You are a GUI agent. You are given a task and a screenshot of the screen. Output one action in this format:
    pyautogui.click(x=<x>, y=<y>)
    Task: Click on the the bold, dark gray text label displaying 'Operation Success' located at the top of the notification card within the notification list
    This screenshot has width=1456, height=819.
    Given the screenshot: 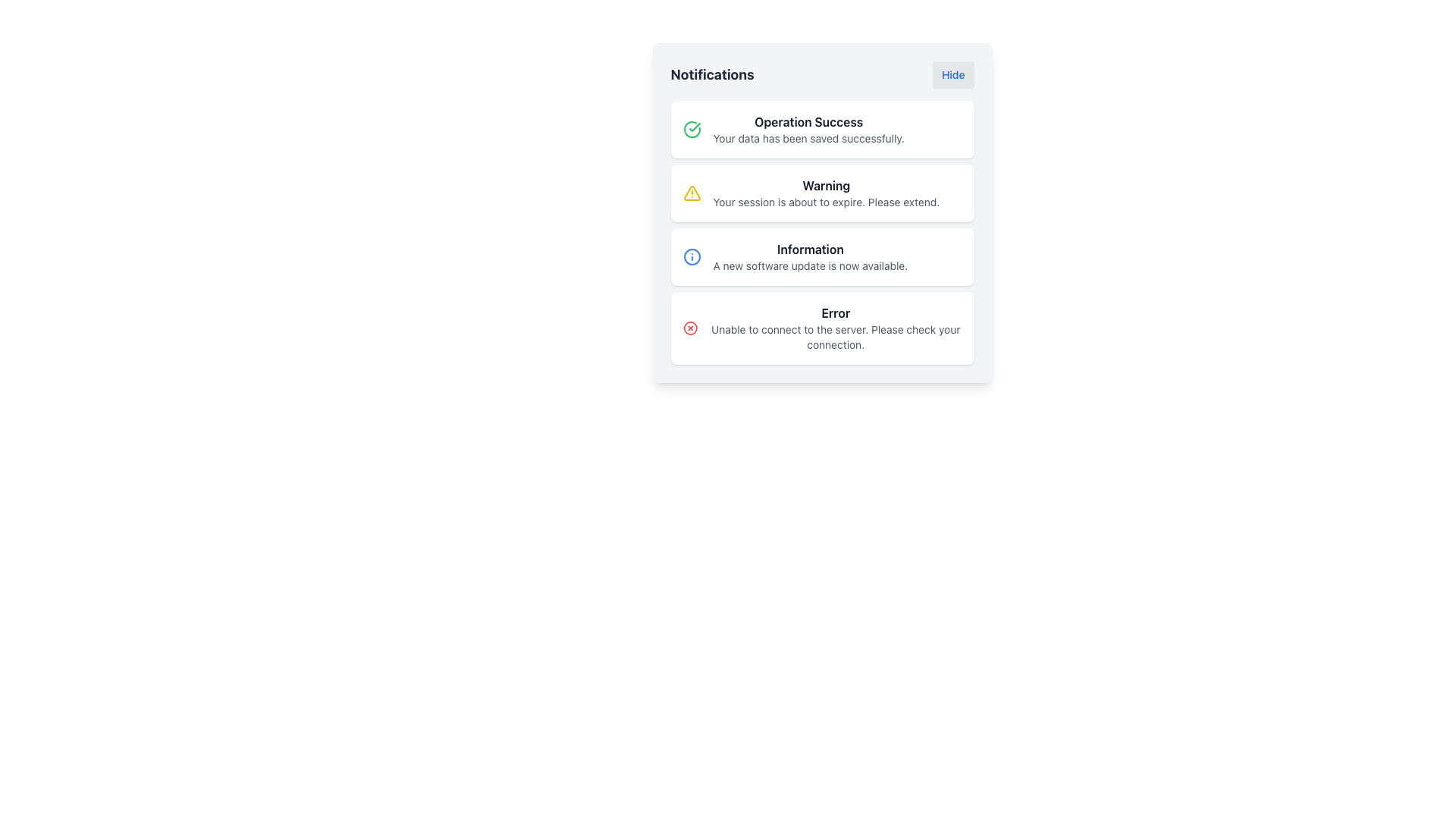 What is the action you would take?
    pyautogui.click(x=808, y=121)
    